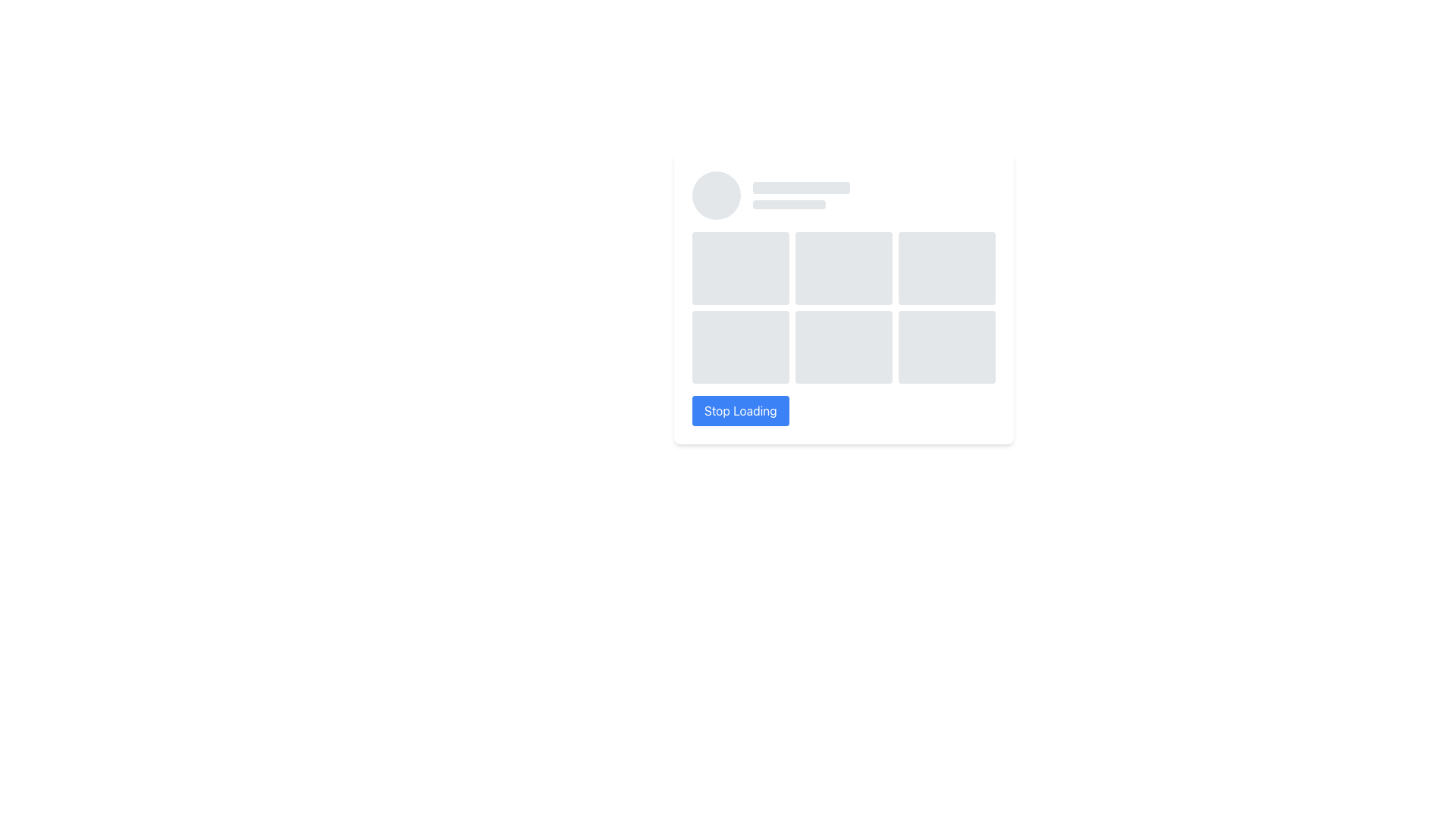 This screenshot has height=819, width=1456. Describe the element at coordinates (800, 195) in the screenshot. I see `the Loading Animation Placeholder, which simulates a loading animation for textual content and is positioned to the right of a large circular placeholder and above a grid of rectangular placeholders` at that location.